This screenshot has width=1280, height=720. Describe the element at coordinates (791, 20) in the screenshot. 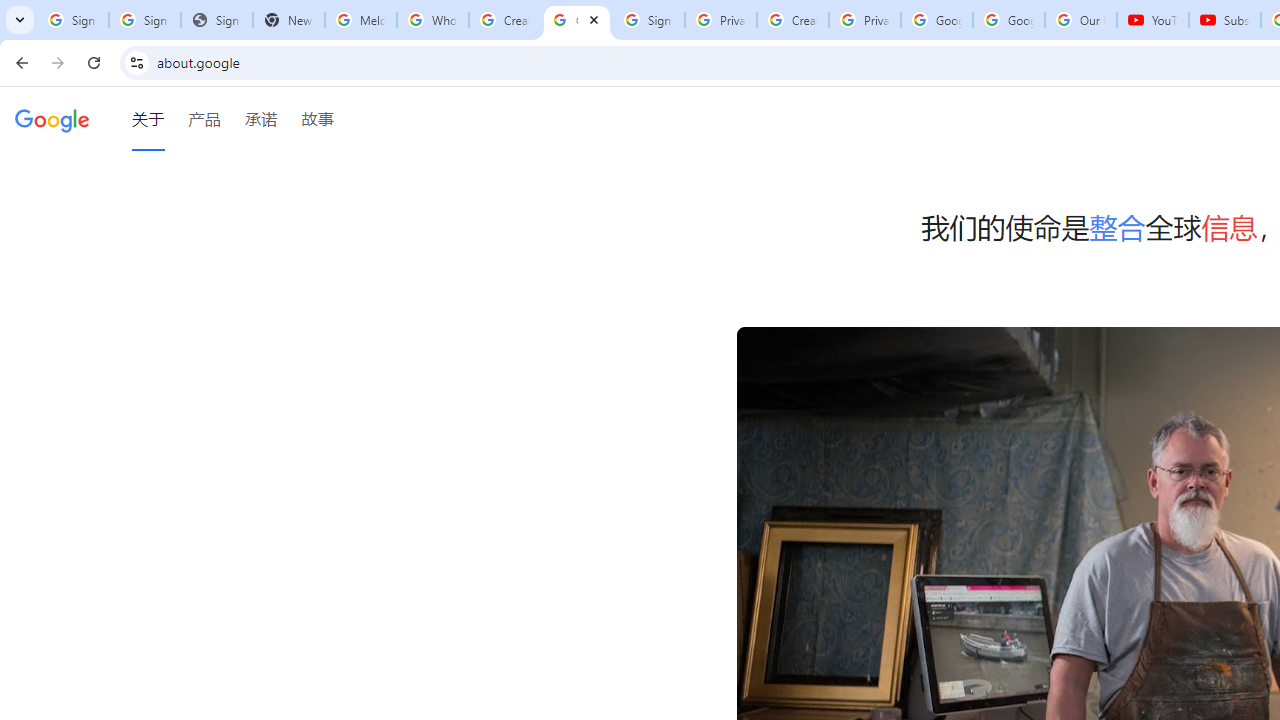

I see `'Create your Google Account'` at that location.